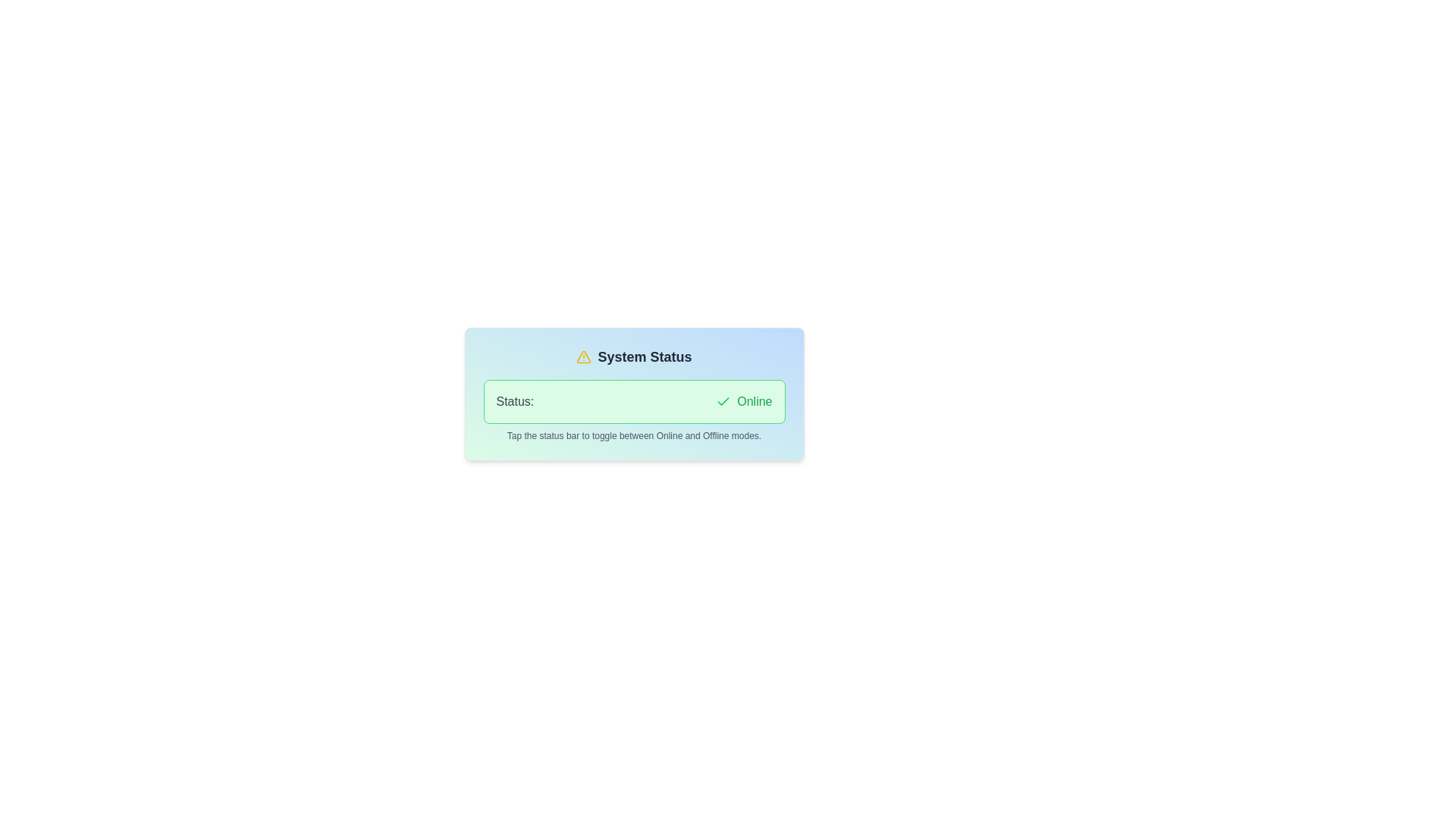  I want to click on the graphical vector icon representing a warning or status symbol located centrally above the label 'System Status', so click(583, 356).